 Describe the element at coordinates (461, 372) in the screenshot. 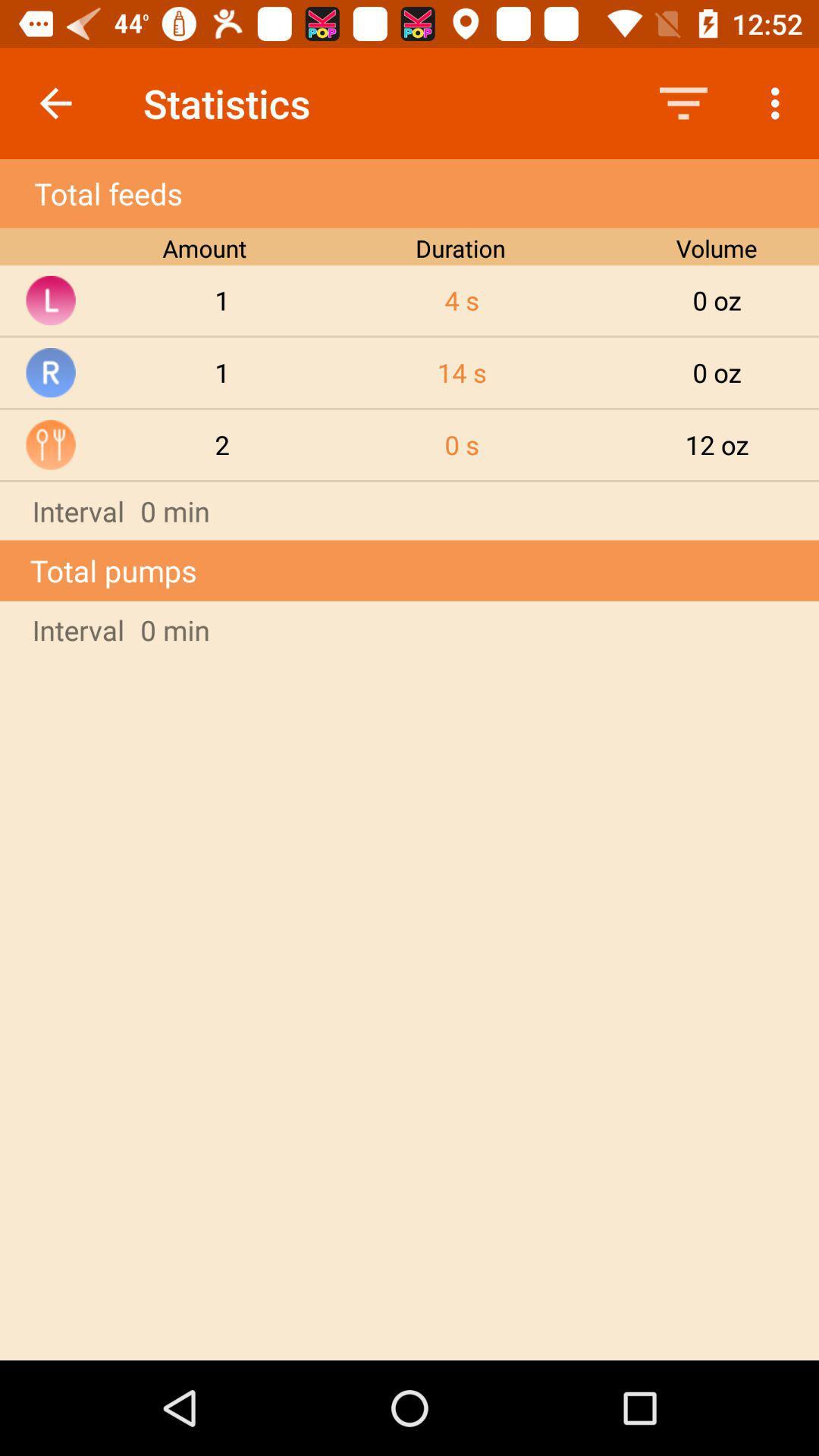

I see `14 s icon` at that location.